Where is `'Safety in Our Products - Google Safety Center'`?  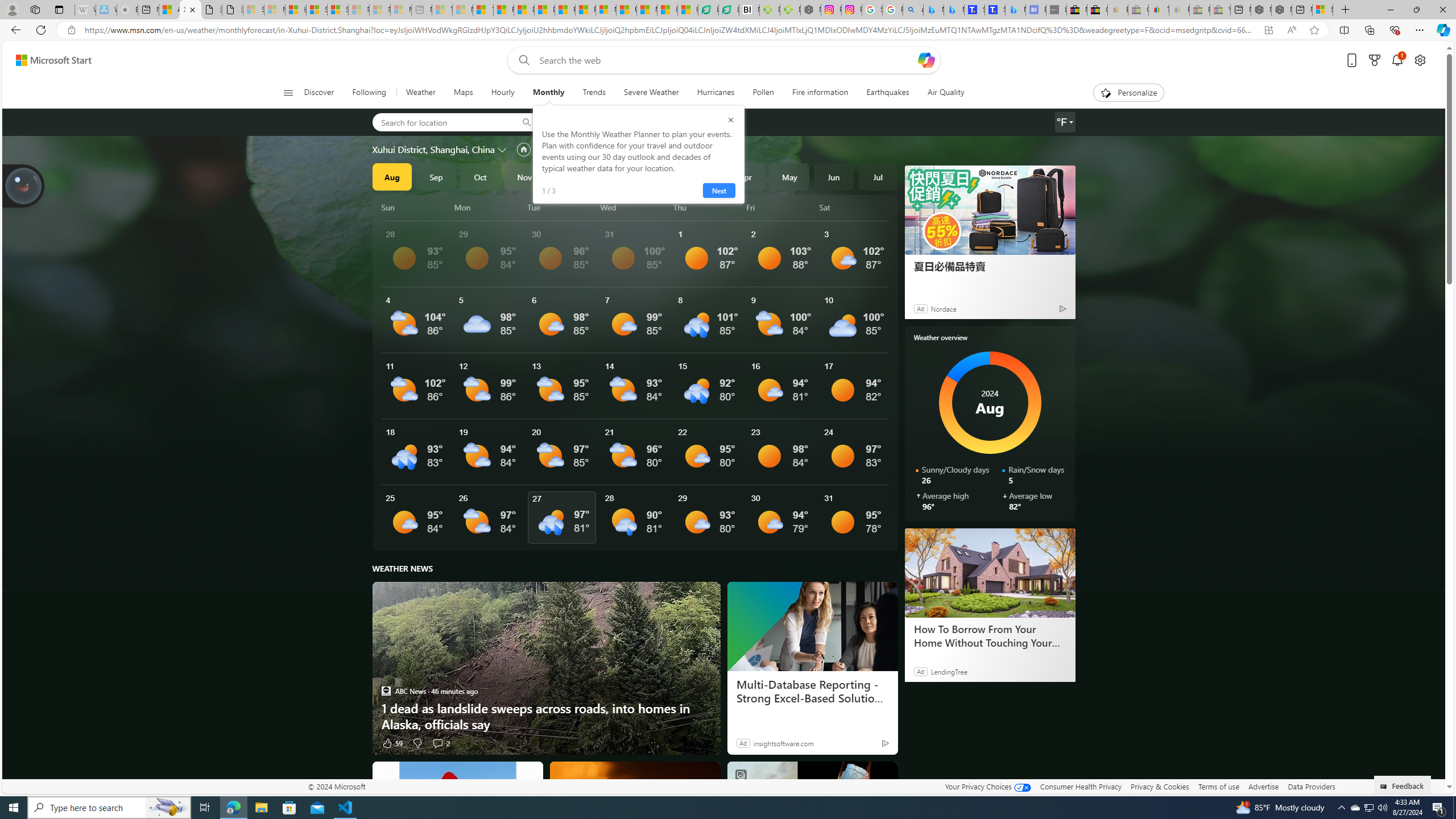
'Safety in Our Products - Google Safety Center' is located at coordinates (871, 9).